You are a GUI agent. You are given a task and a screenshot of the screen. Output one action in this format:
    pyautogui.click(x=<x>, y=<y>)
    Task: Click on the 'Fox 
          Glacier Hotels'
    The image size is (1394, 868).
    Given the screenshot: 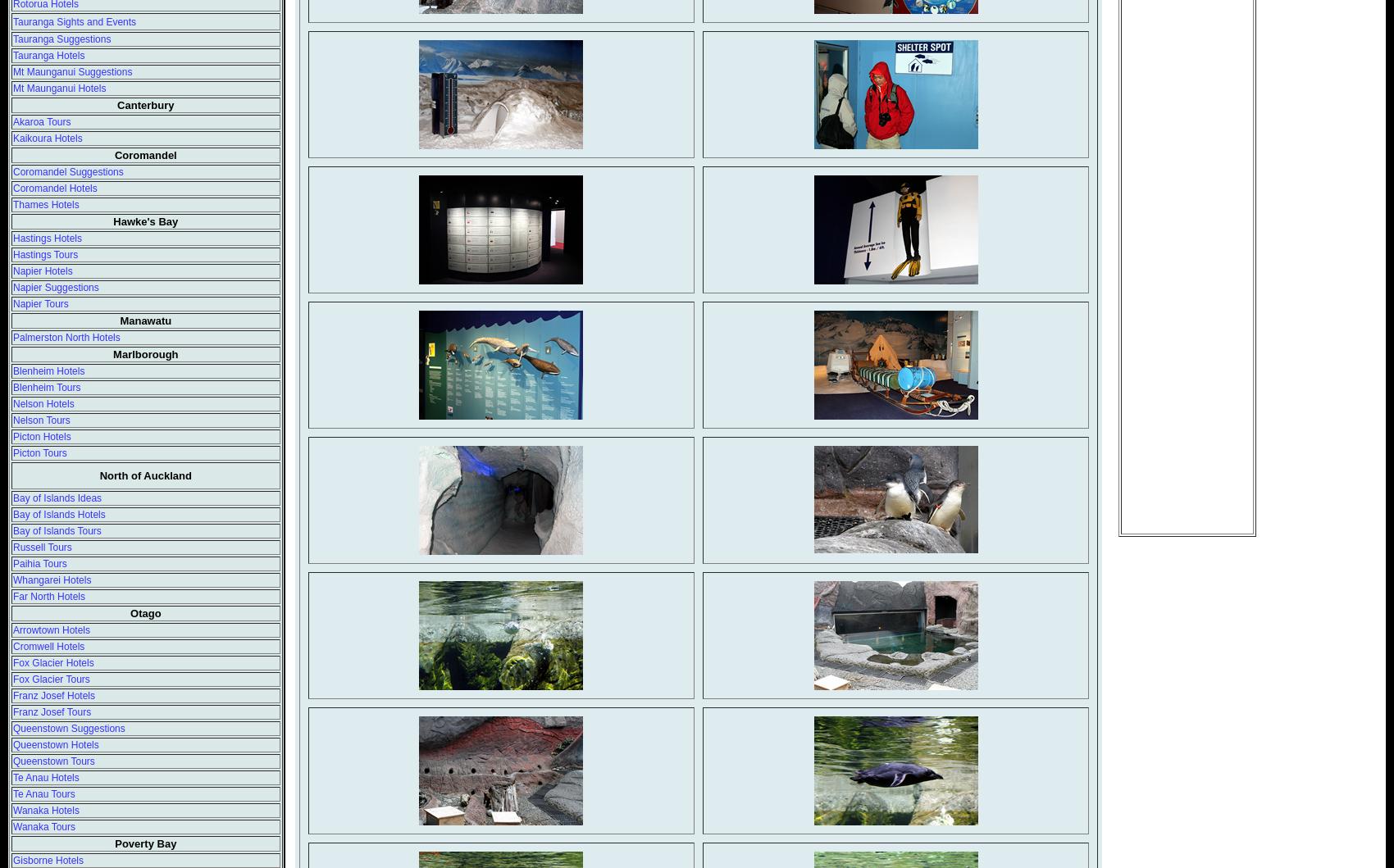 What is the action you would take?
    pyautogui.click(x=52, y=661)
    